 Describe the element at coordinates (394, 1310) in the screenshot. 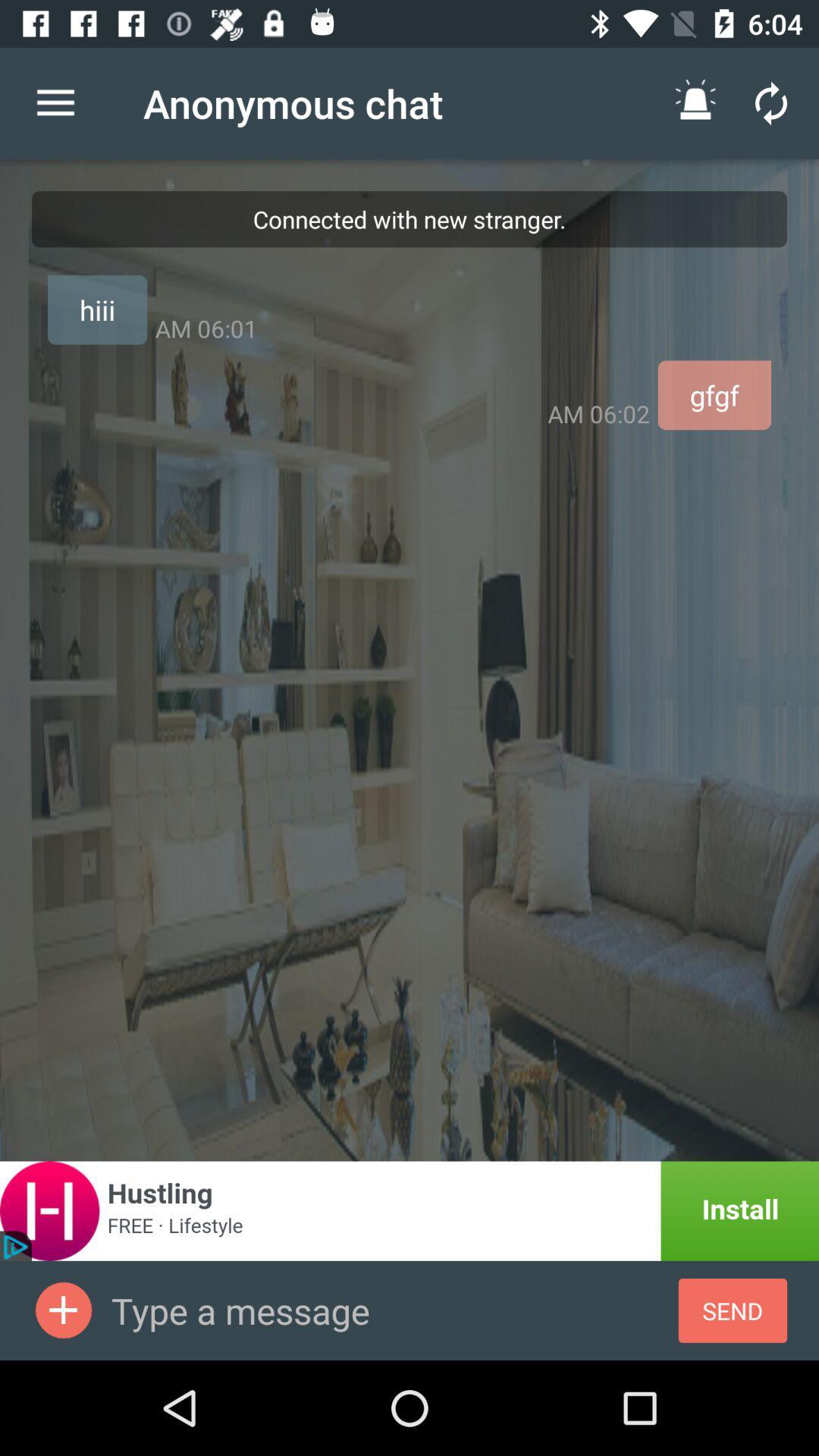

I see `type message` at that location.